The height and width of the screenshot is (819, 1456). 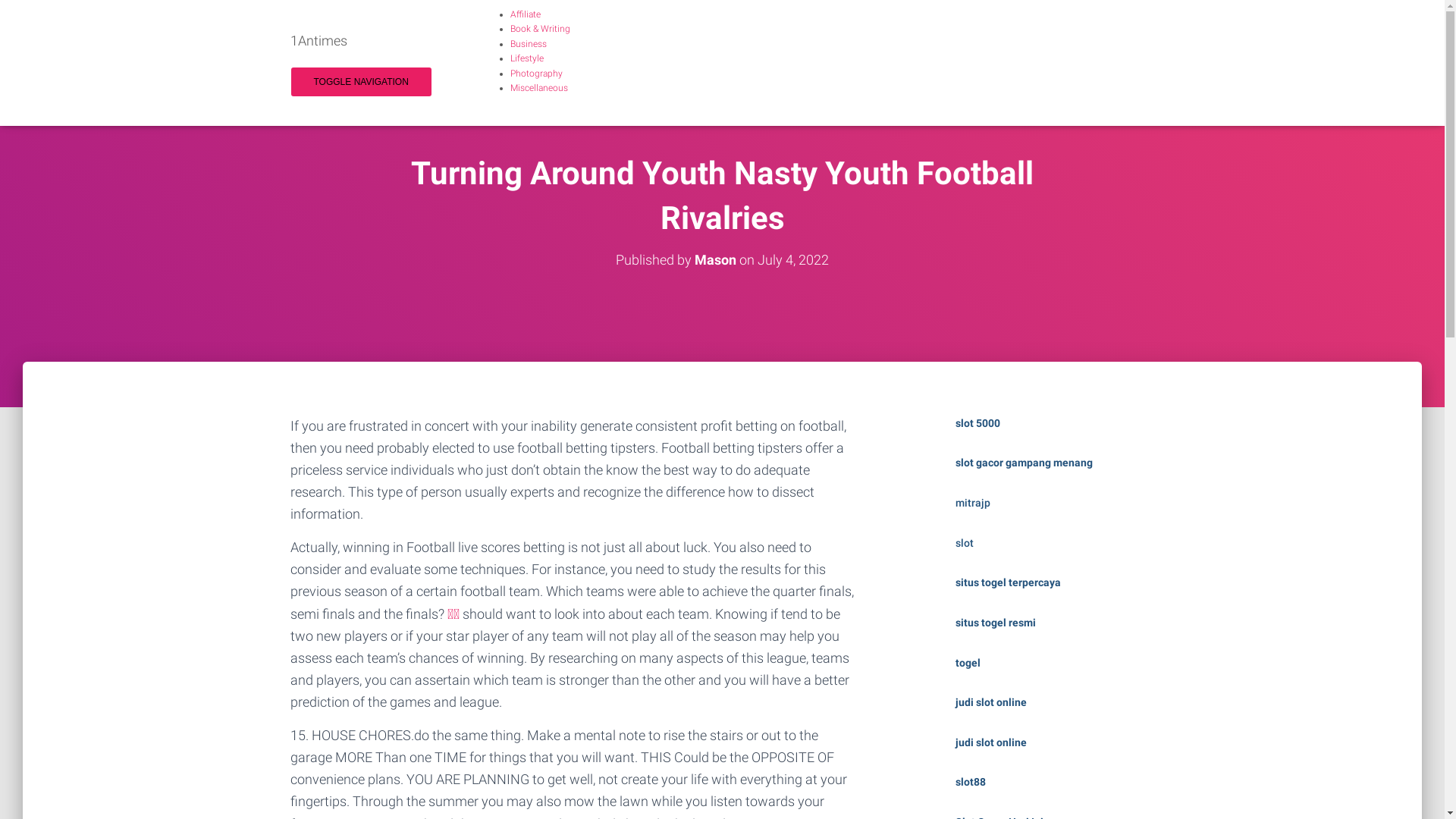 I want to click on 'mitrajp', so click(x=972, y=503).